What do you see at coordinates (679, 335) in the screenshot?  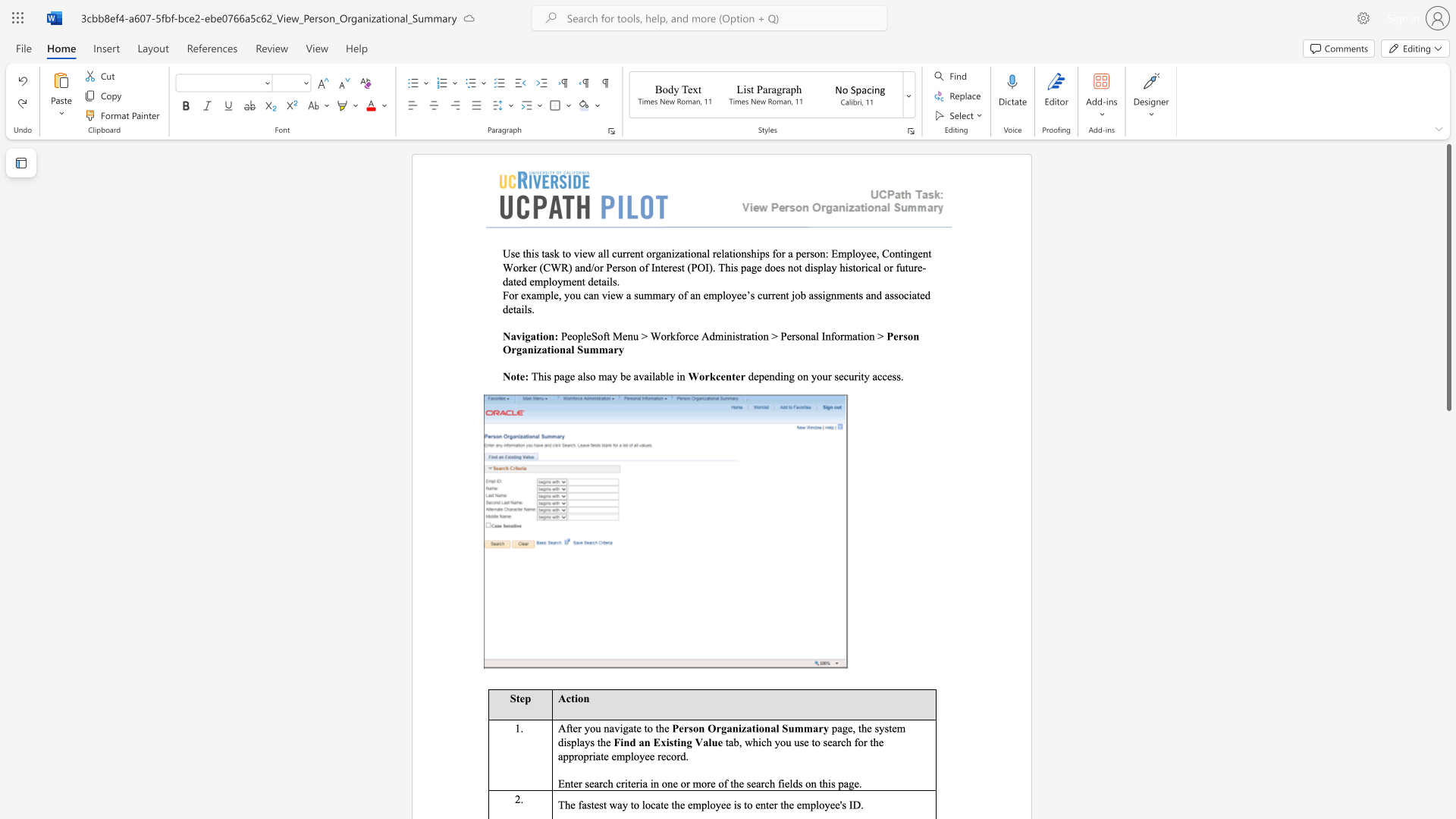 I see `the subset text "orce Administr" within the text "PeopleSoft Menu > Workforce Administration > Personal Information >"` at bounding box center [679, 335].